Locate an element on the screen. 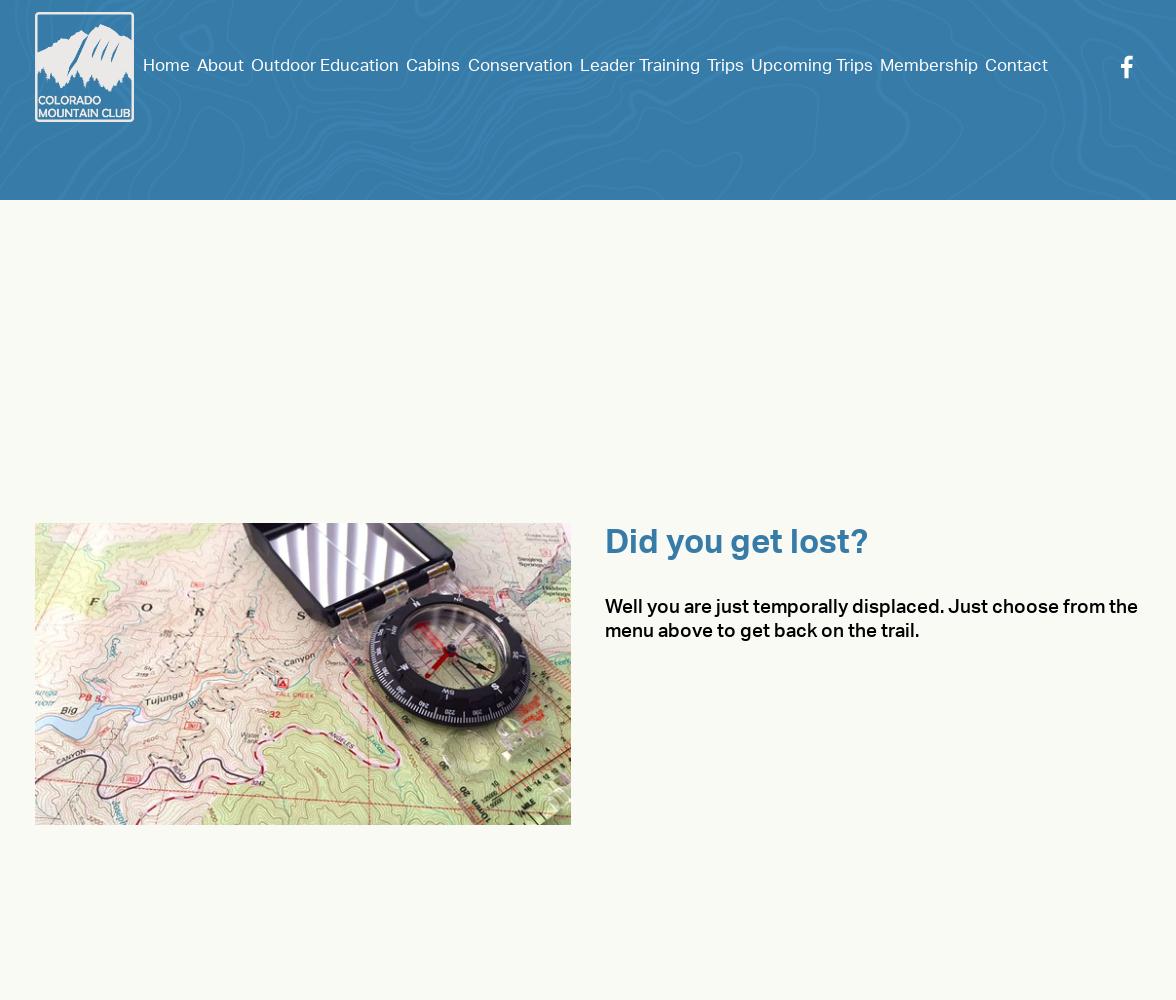 The height and width of the screenshot is (1000, 1176). 'Upcoming Trips' is located at coordinates (810, 64).